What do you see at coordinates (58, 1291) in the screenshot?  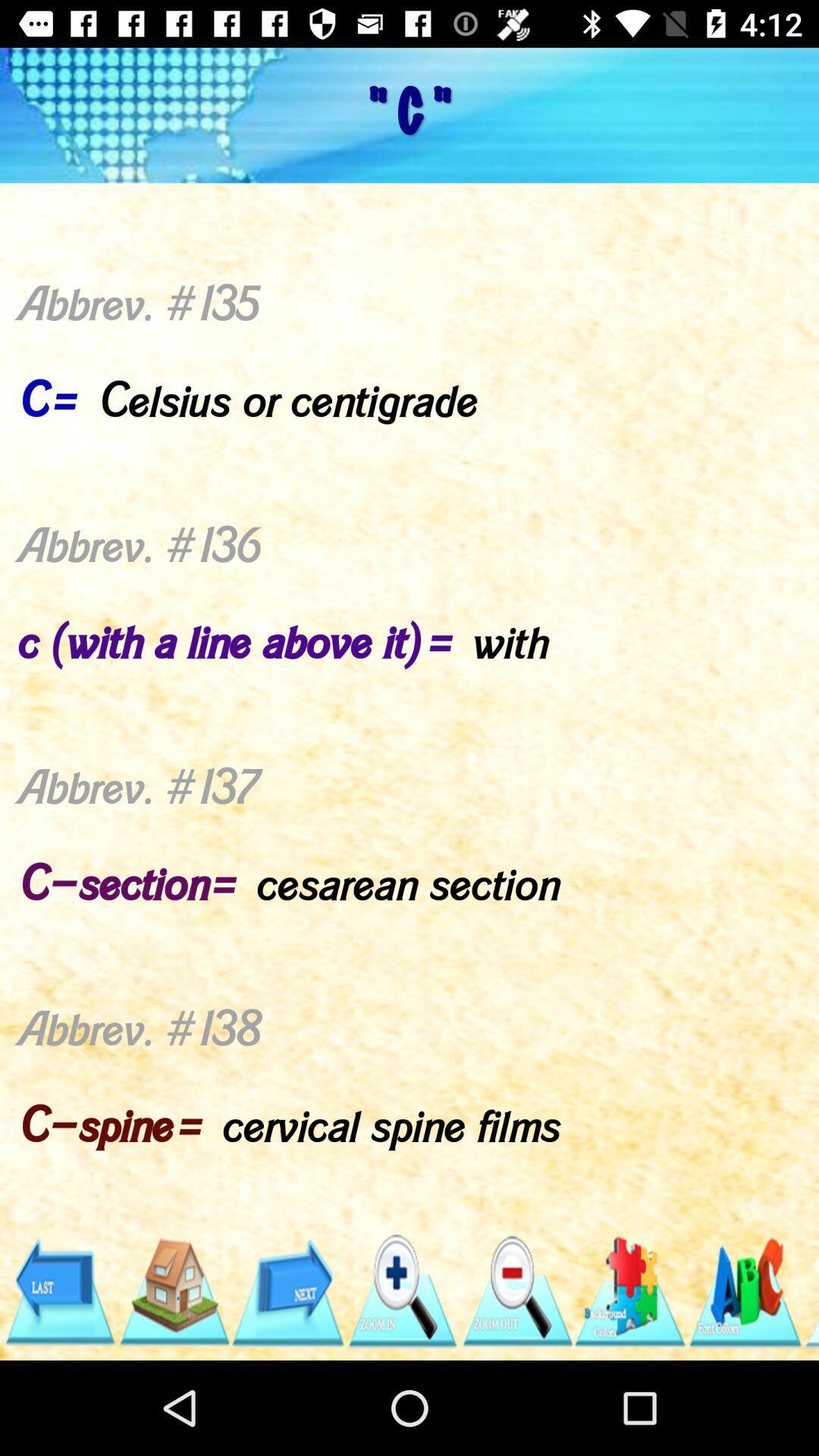 I see `the arrow_backward icon` at bounding box center [58, 1291].